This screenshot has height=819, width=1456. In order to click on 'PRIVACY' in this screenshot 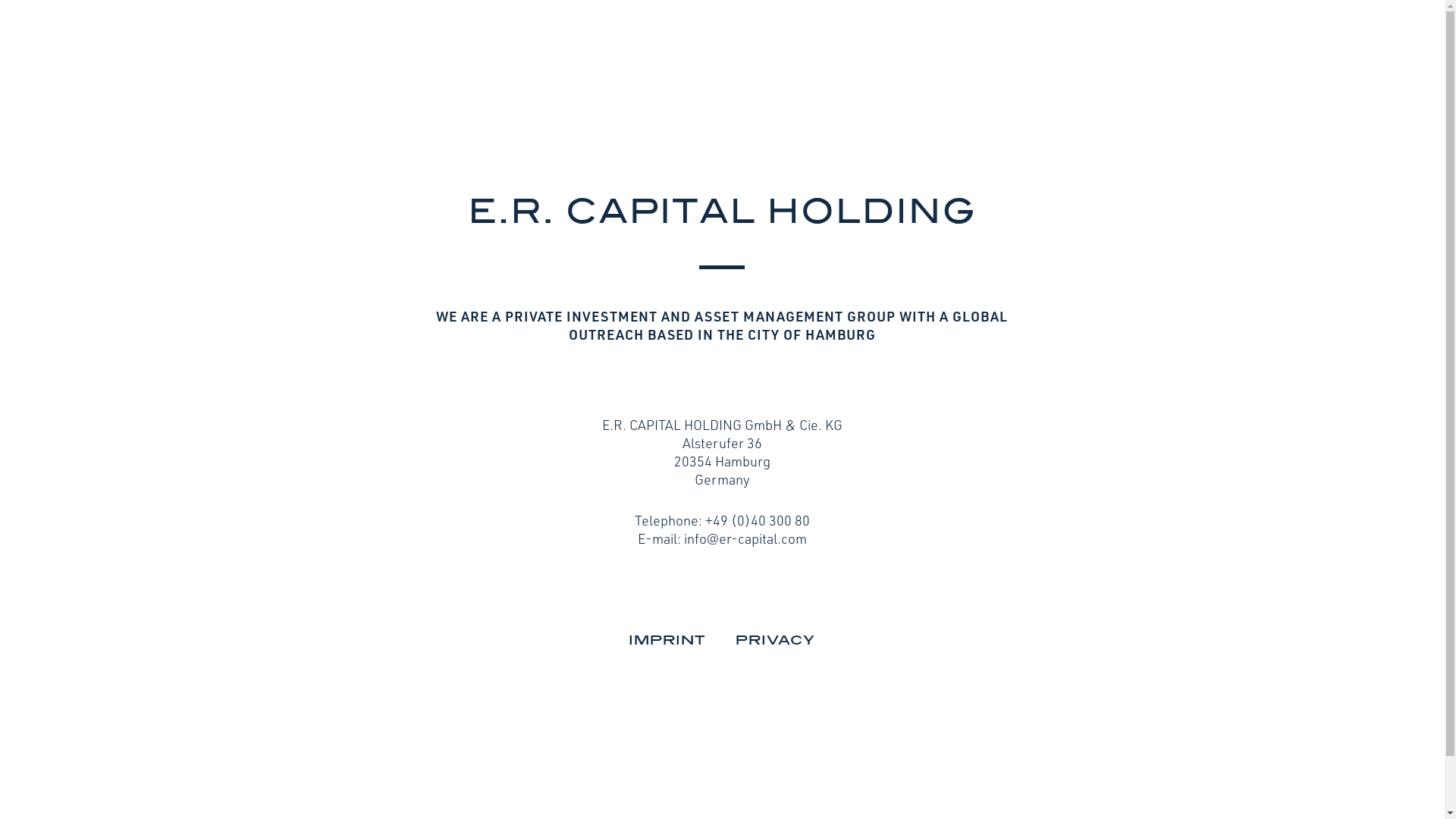, I will do `click(775, 640)`.